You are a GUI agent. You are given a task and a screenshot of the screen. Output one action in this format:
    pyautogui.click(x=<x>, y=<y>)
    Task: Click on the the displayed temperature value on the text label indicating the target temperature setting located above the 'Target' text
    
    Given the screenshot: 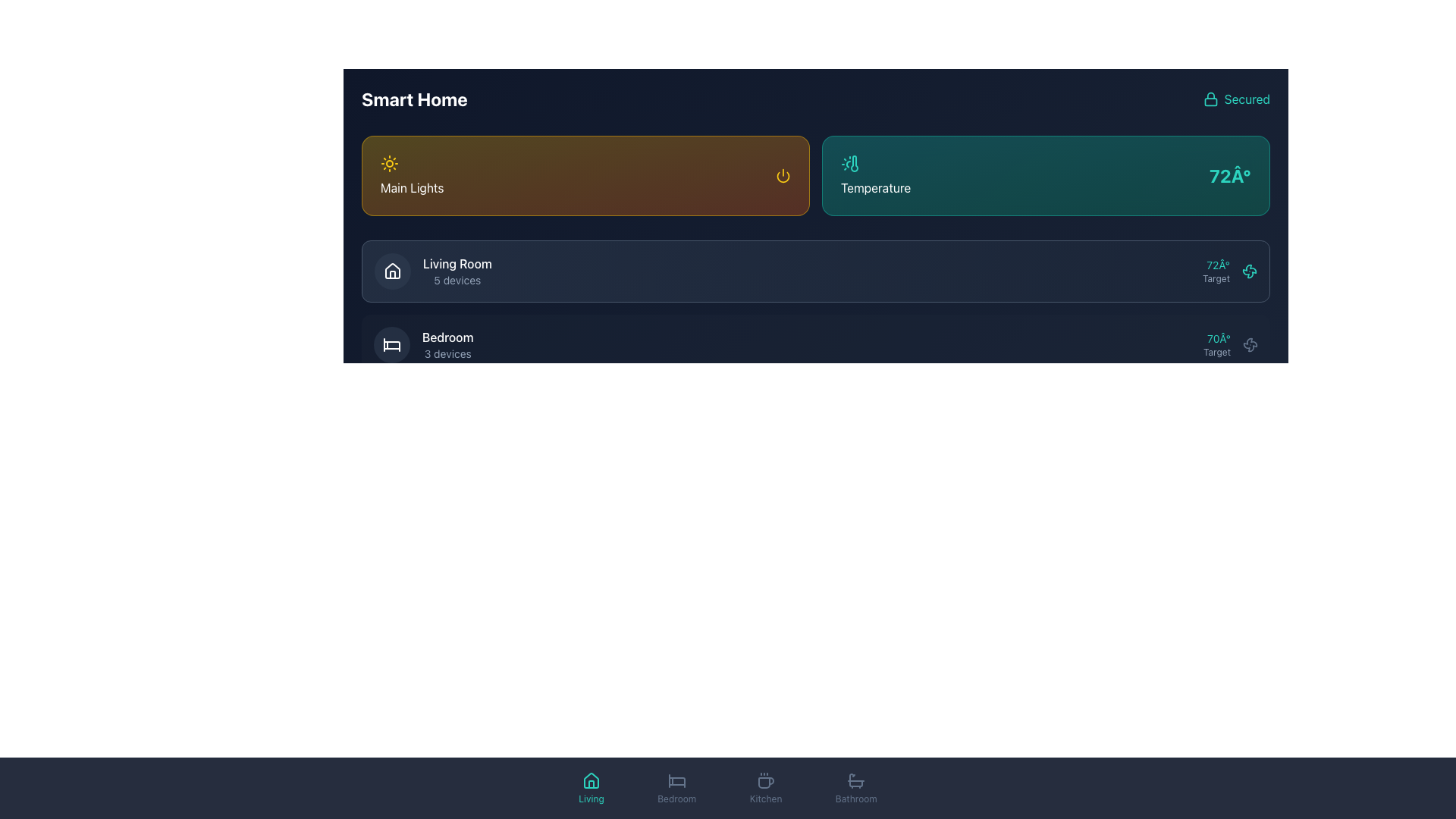 What is the action you would take?
    pyautogui.click(x=1217, y=338)
    